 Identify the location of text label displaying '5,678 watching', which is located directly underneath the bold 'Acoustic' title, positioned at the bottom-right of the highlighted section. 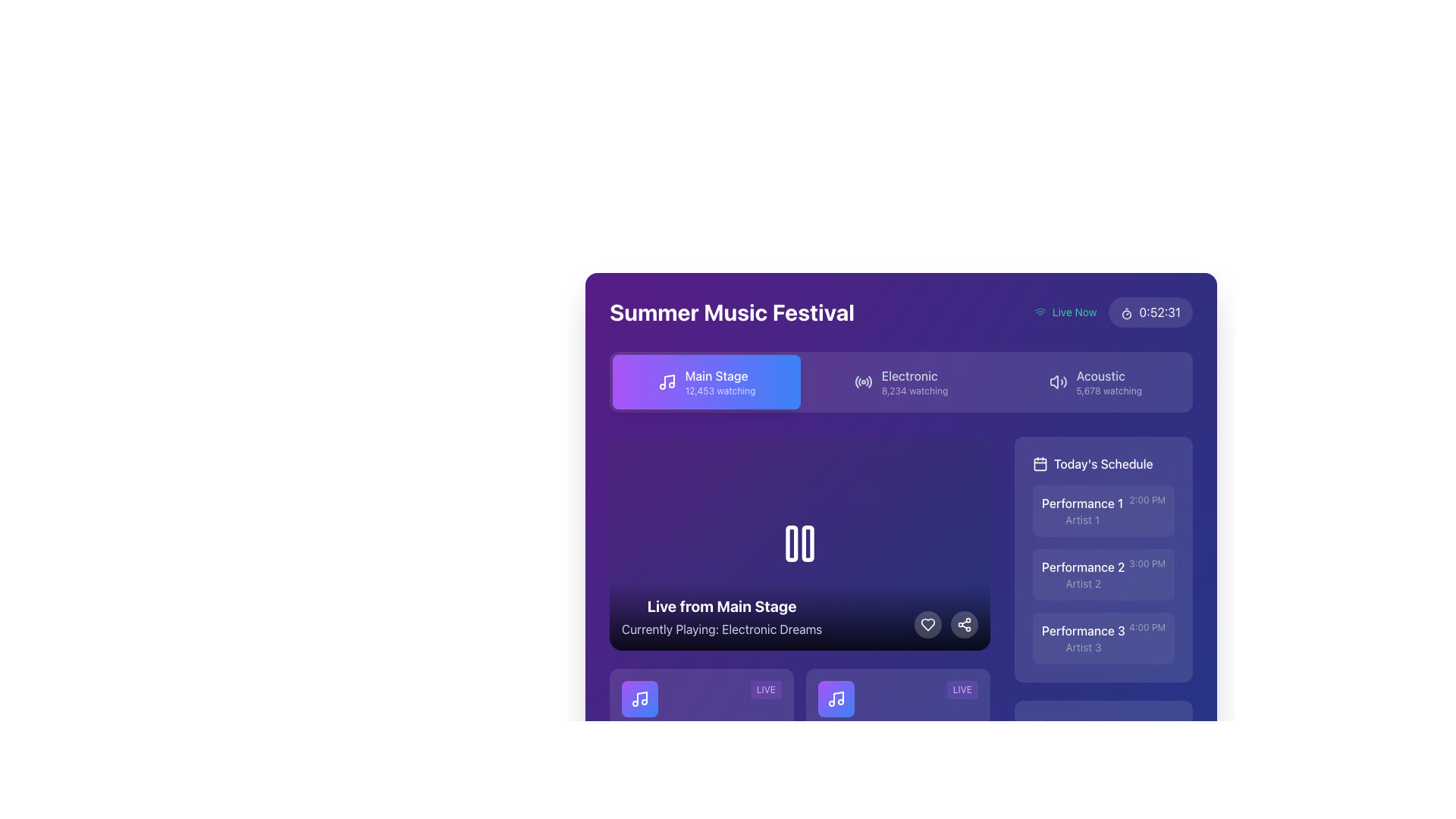
(1109, 391).